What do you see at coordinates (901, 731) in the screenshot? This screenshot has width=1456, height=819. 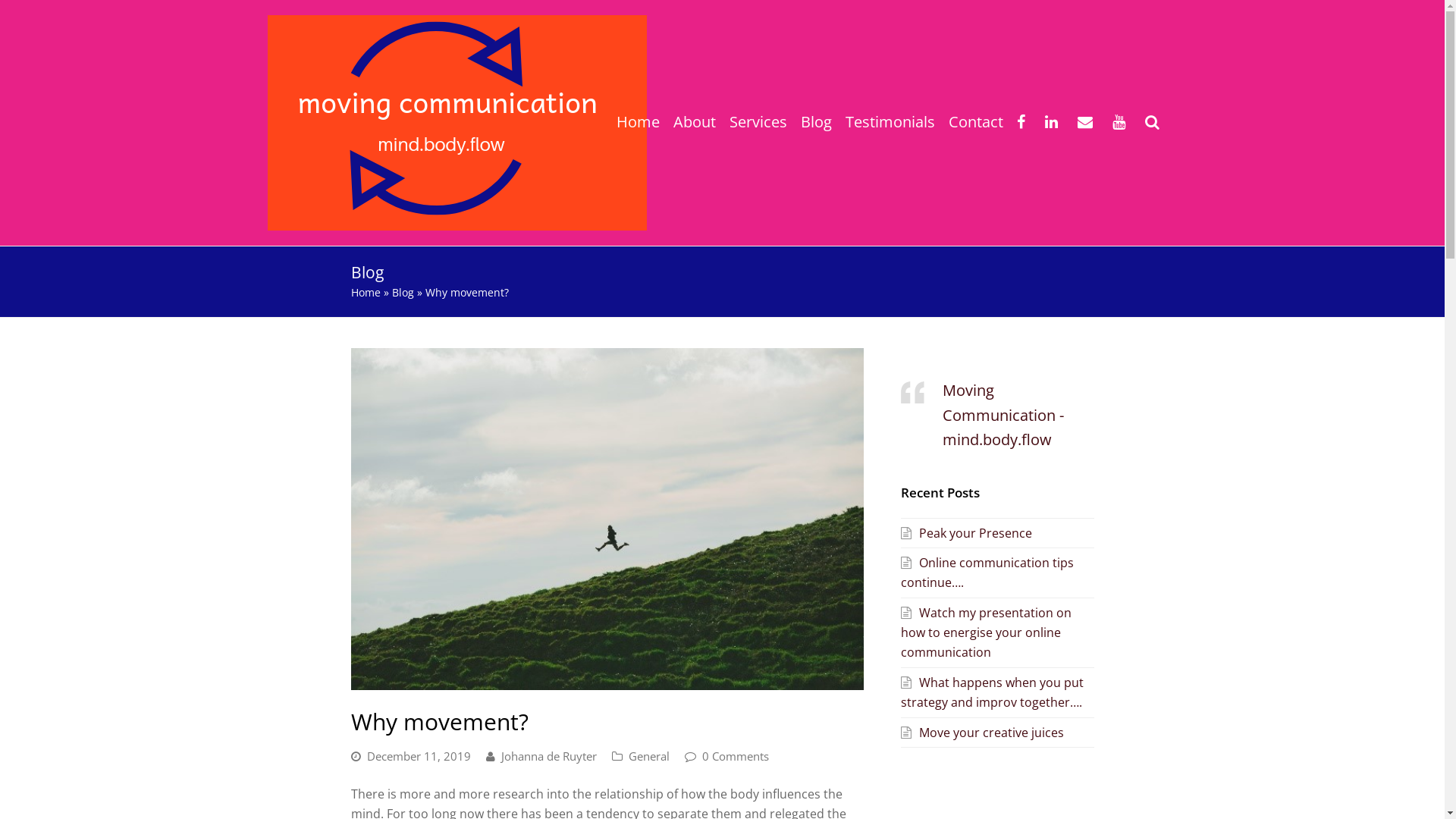 I see `'Move your creative juices'` at bounding box center [901, 731].